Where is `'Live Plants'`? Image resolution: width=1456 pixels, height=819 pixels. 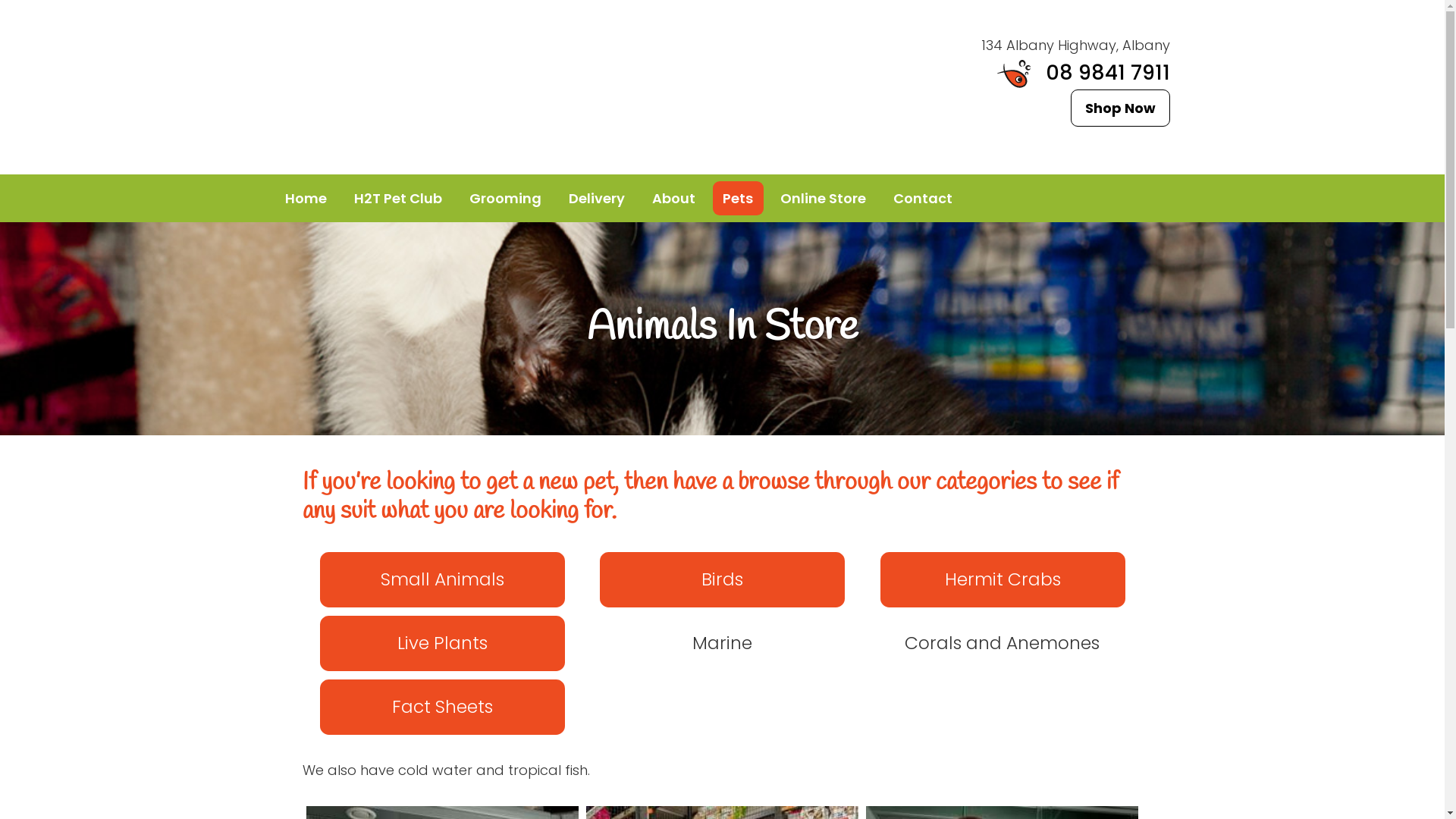 'Live Plants' is located at coordinates (441, 643).